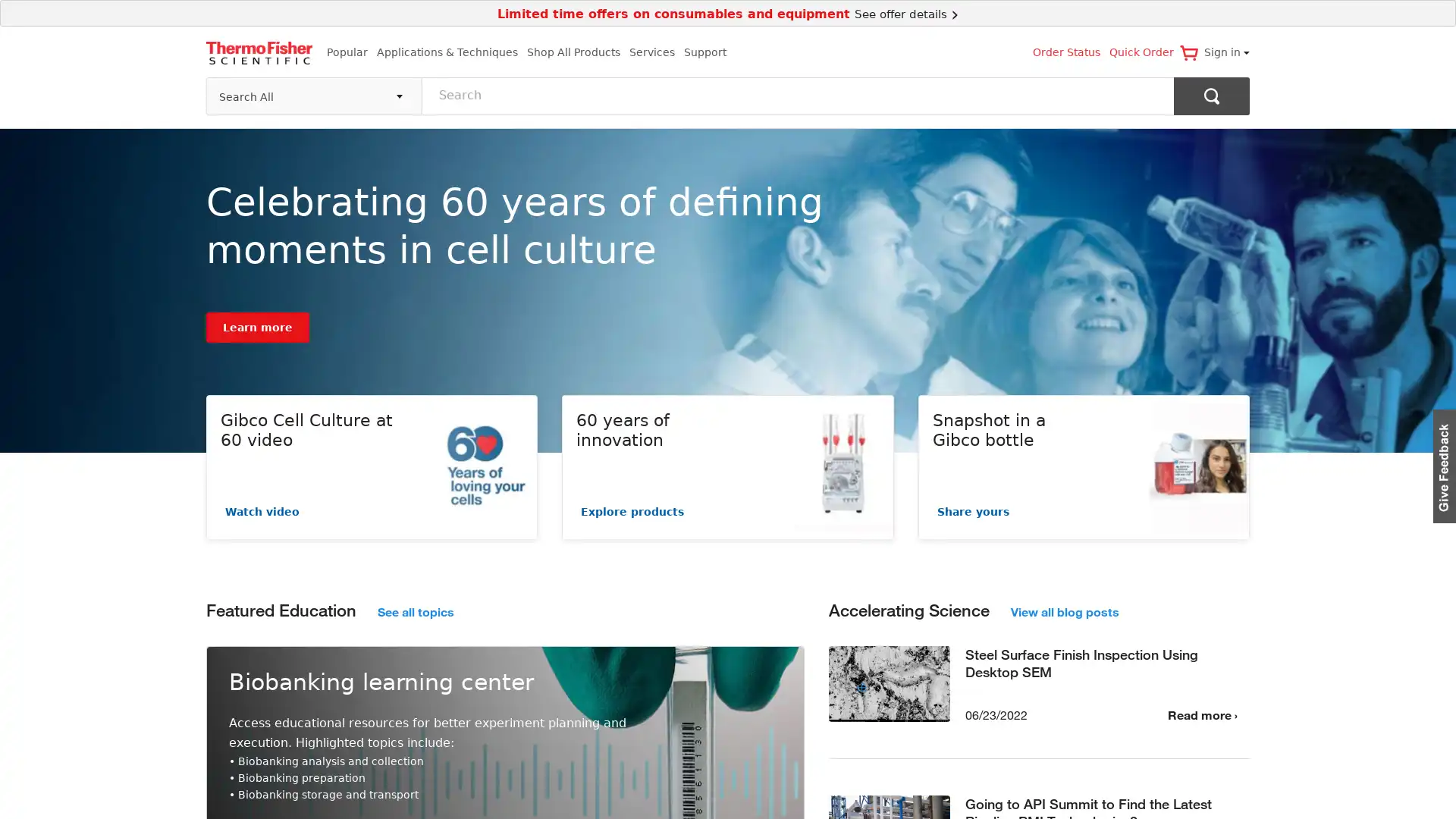 This screenshot has width=1456, height=819. What do you see at coordinates (1211, 96) in the screenshot?
I see `search icon` at bounding box center [1211, 96].